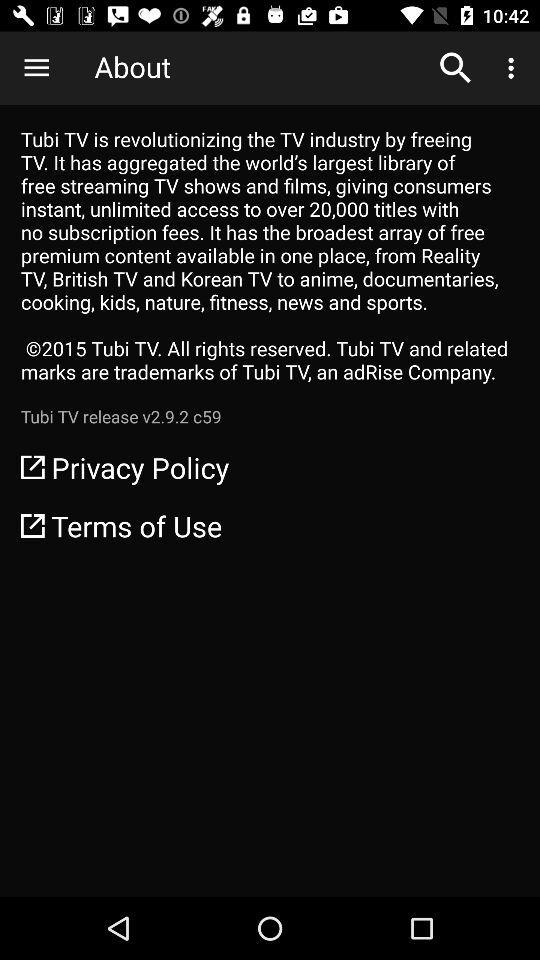  Describe the element at coordinates (270, 524) in the screenshot. I see `the terms of use item` at that location.